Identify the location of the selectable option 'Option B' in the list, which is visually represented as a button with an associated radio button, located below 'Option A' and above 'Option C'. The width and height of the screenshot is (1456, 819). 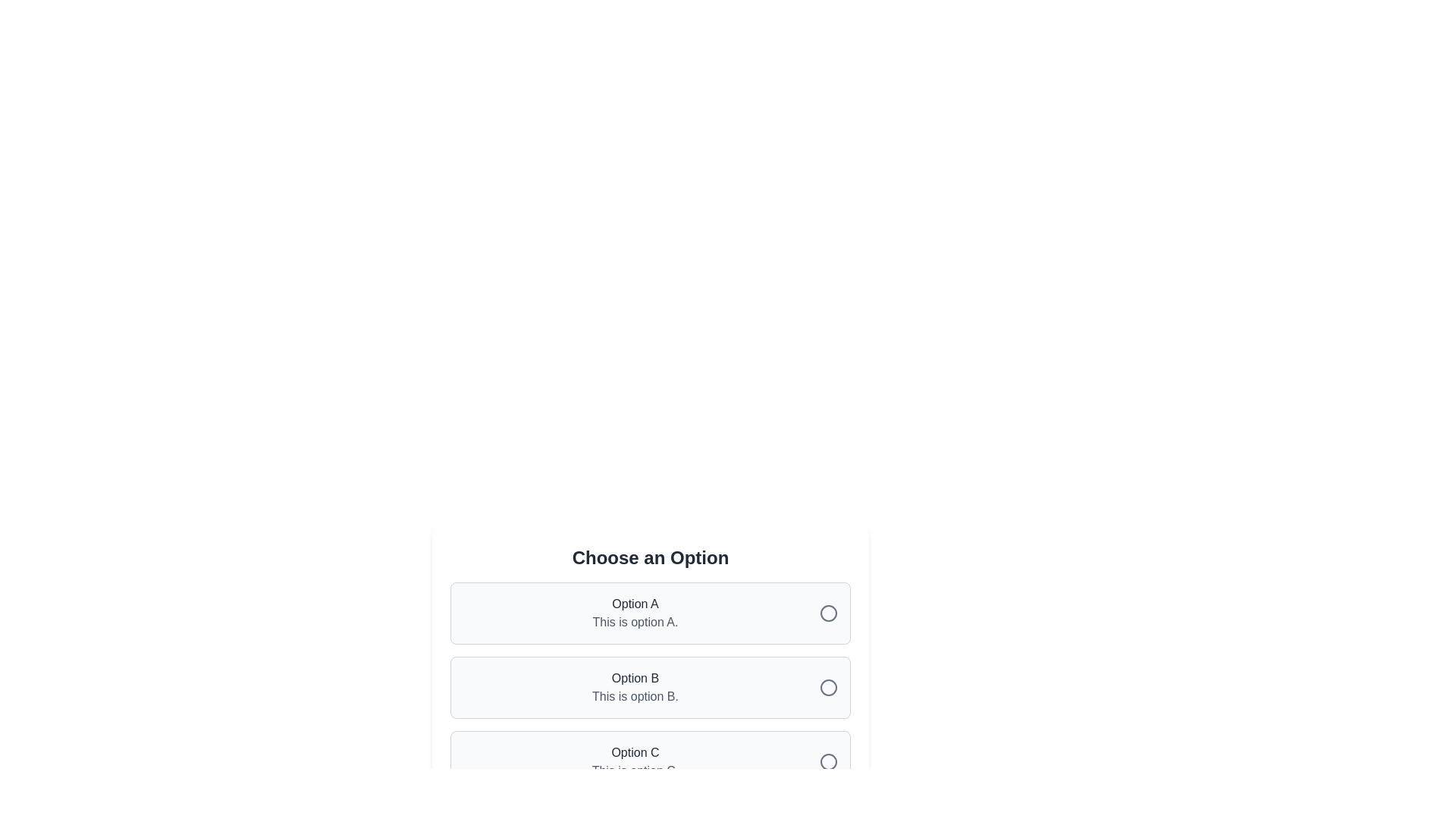
(651, 669).